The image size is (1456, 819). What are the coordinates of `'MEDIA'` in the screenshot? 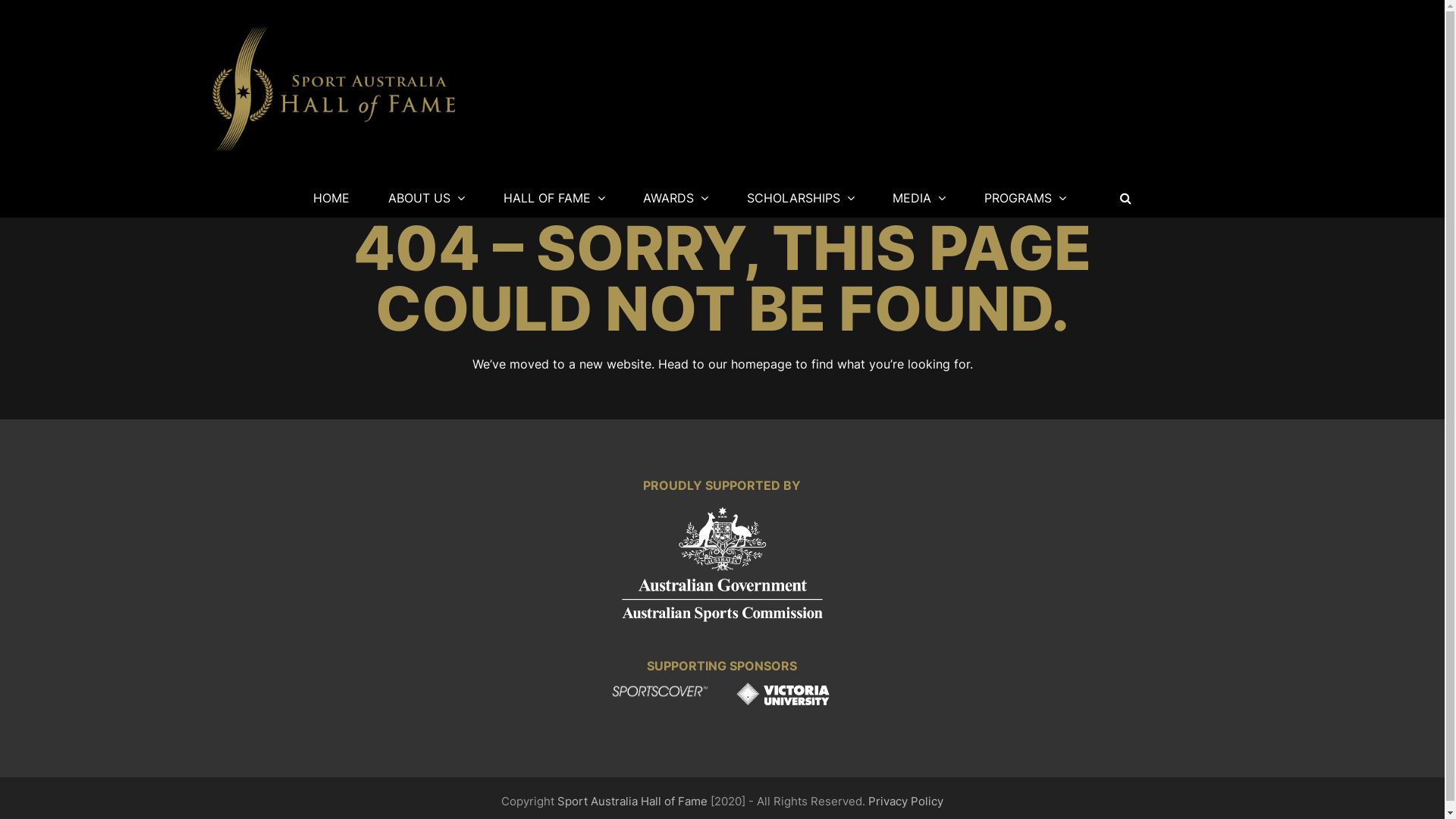 It's located at (919, 197).